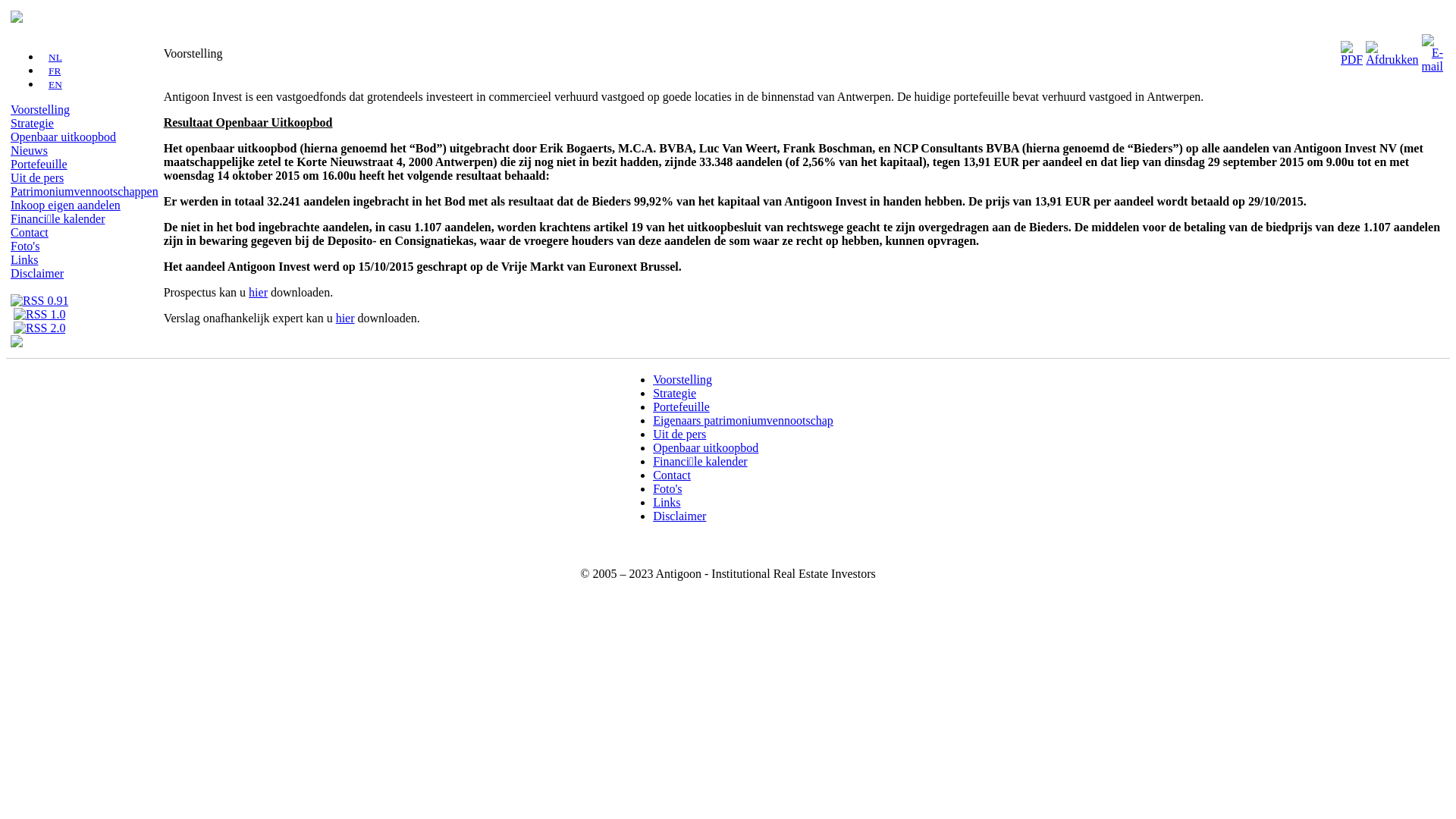 This screenshot has width=1456, height=819. Describe the element at coordinates (1432, 49) in the screenshot. I see `'E-mail'` at that location.